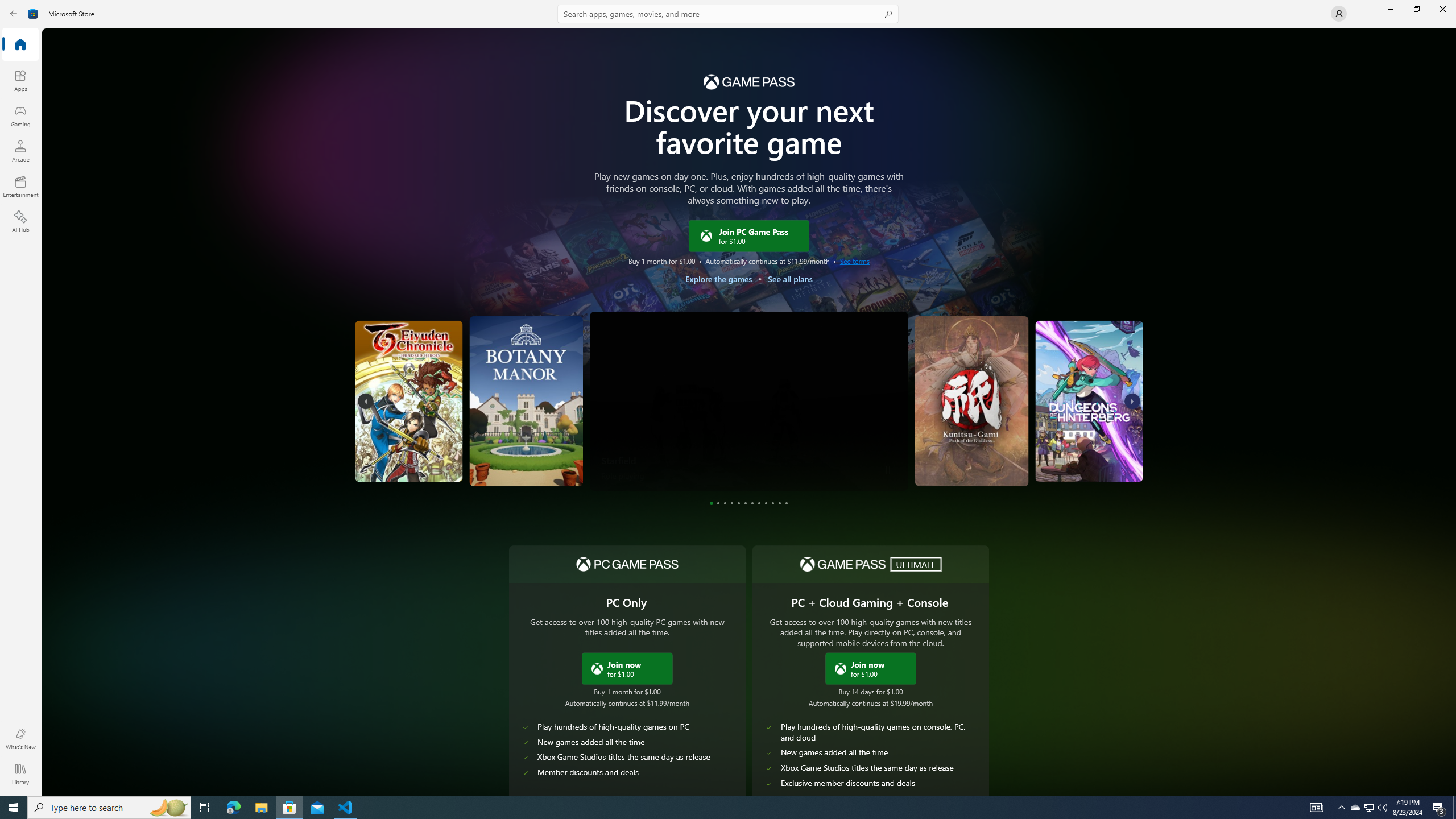  I want to click on 'Page 11', so click(779, 503).